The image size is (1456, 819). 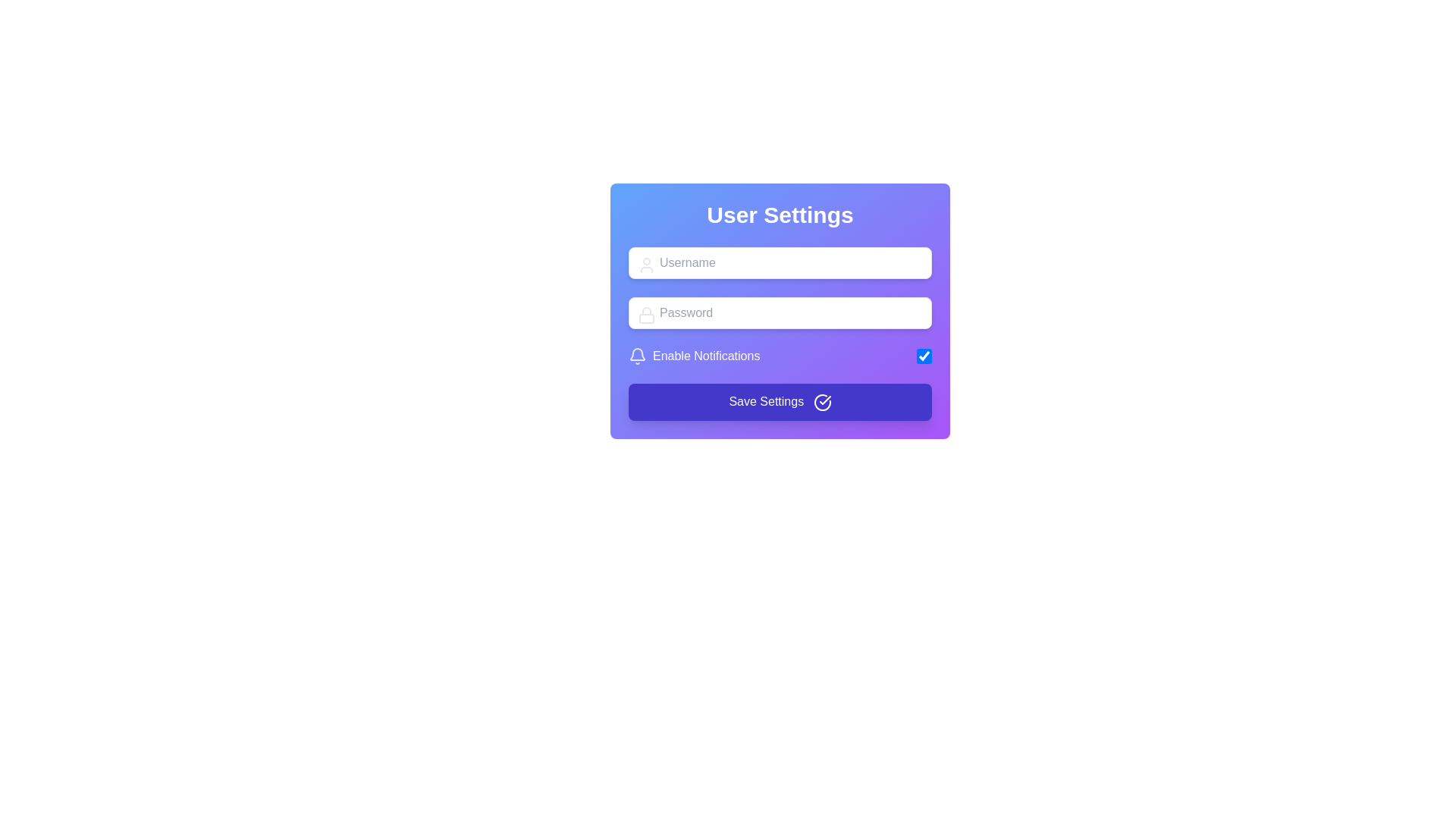 What do you see at coordinates (705, 356) in the screenshot?
I see `text label displaying 'Enable Notifications', which is located below the 'Password' field in the 'User Settings' modal and is visually distinguished by its white font on a purple gradient background` at bounding box center [705, 356].